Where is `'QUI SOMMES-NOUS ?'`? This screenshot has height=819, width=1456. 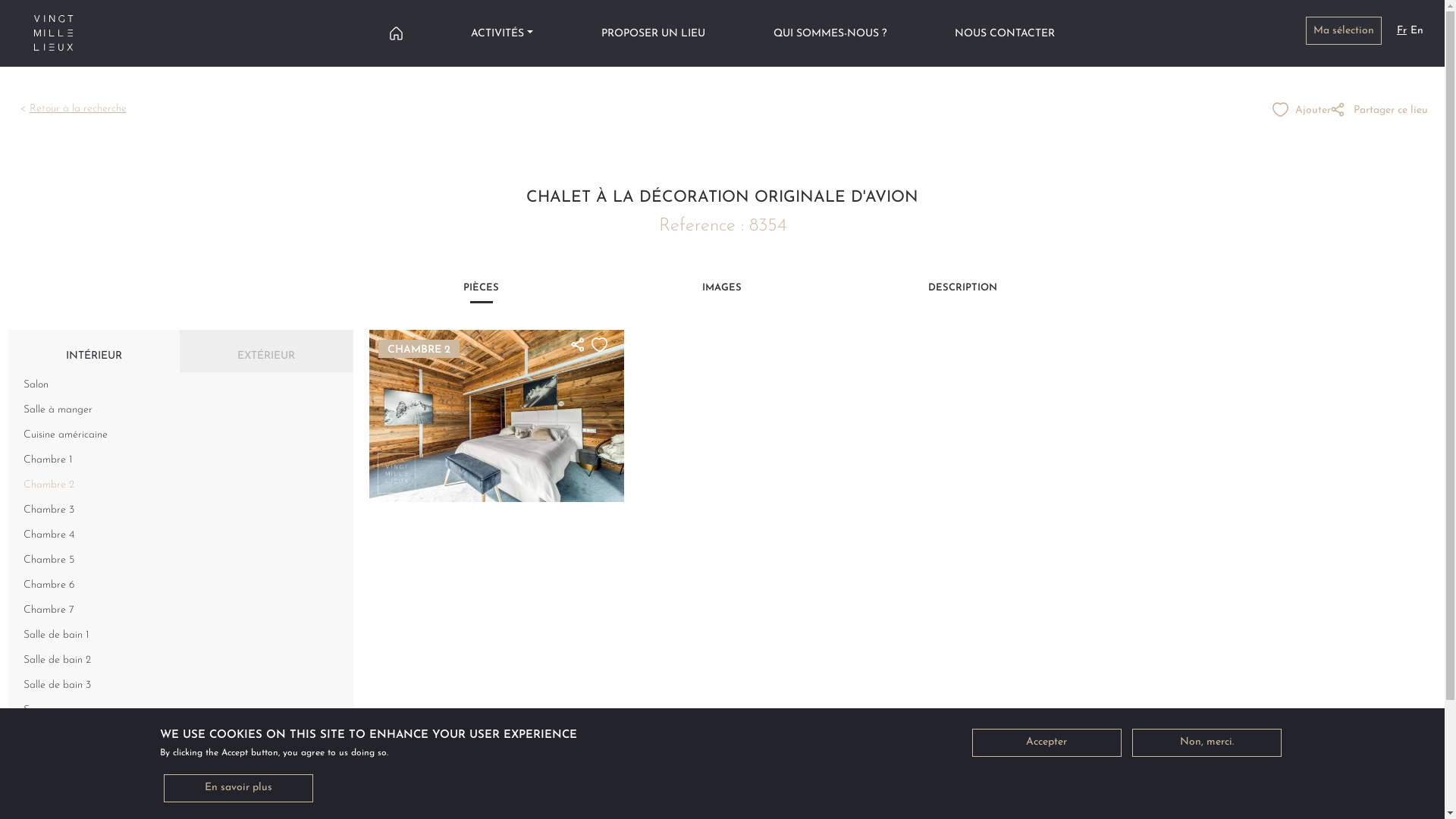
'QUI SOMMES-NOUS ?' is located at coordinates (829, 33).